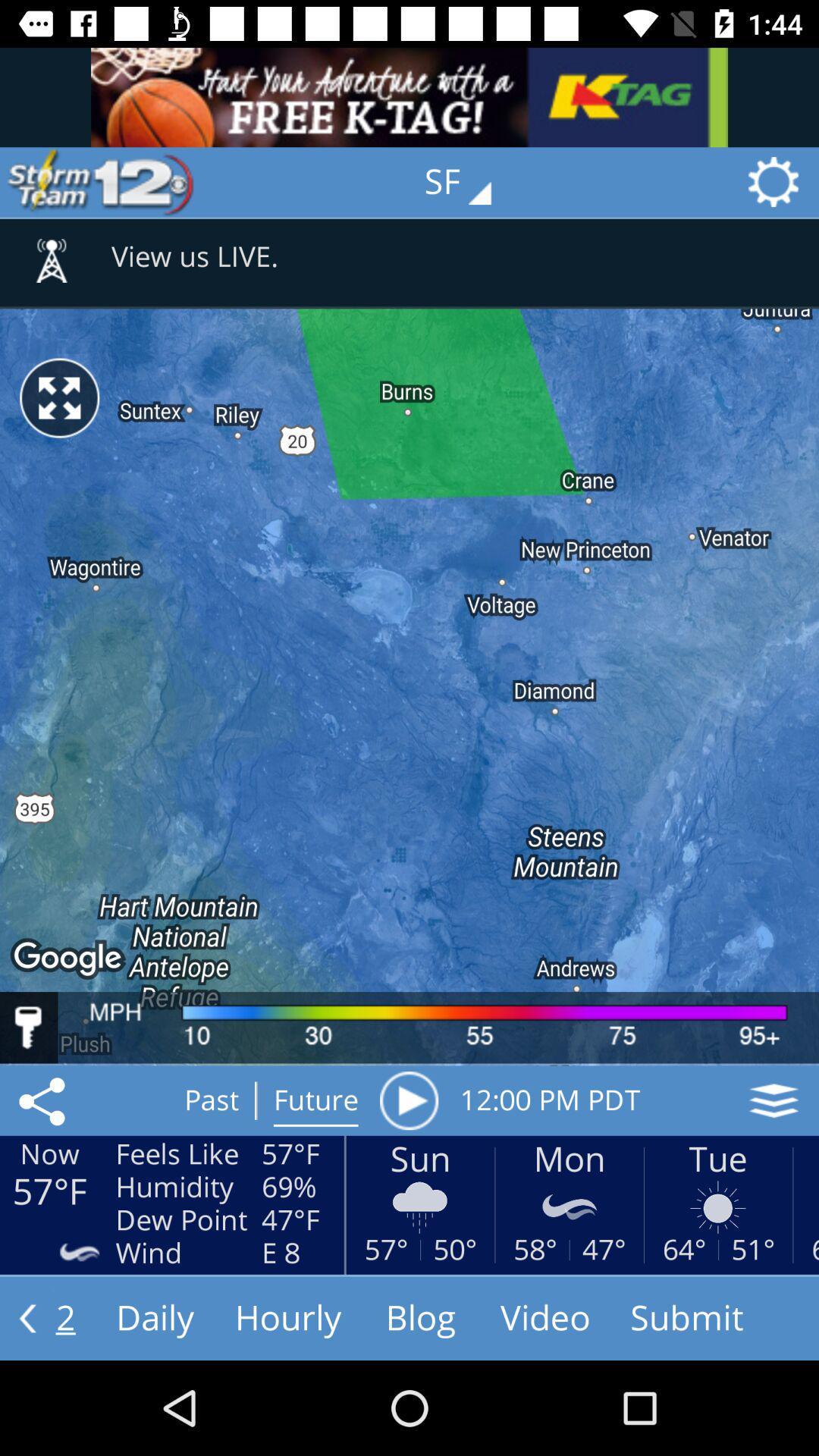  Describe the element at coordinates (408, 1100) in the screenshot. I see `icon to the left of the 12 00 pm` at that location.